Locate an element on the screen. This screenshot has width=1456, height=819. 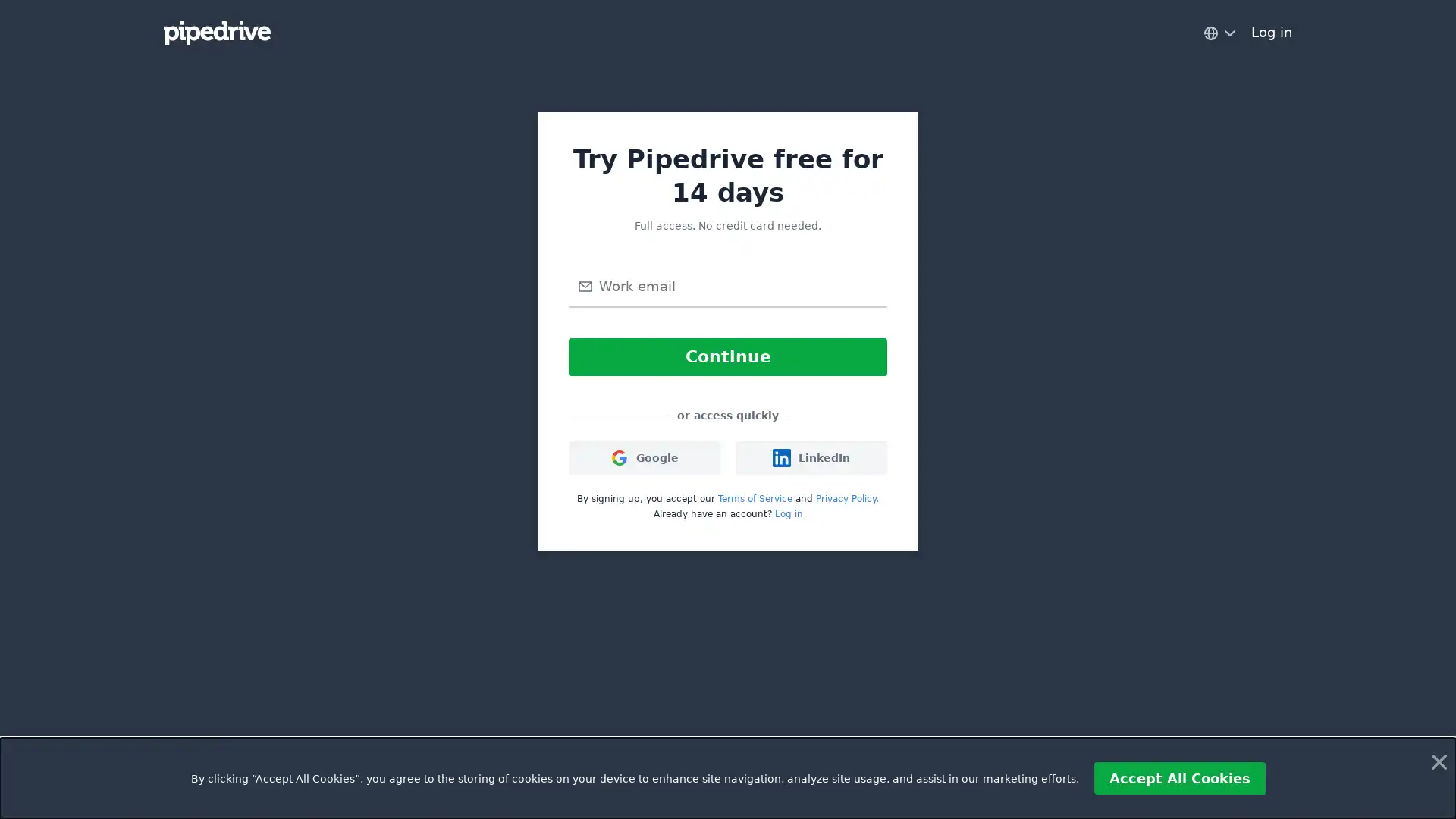
Continue is located at coordinates (728, 356).